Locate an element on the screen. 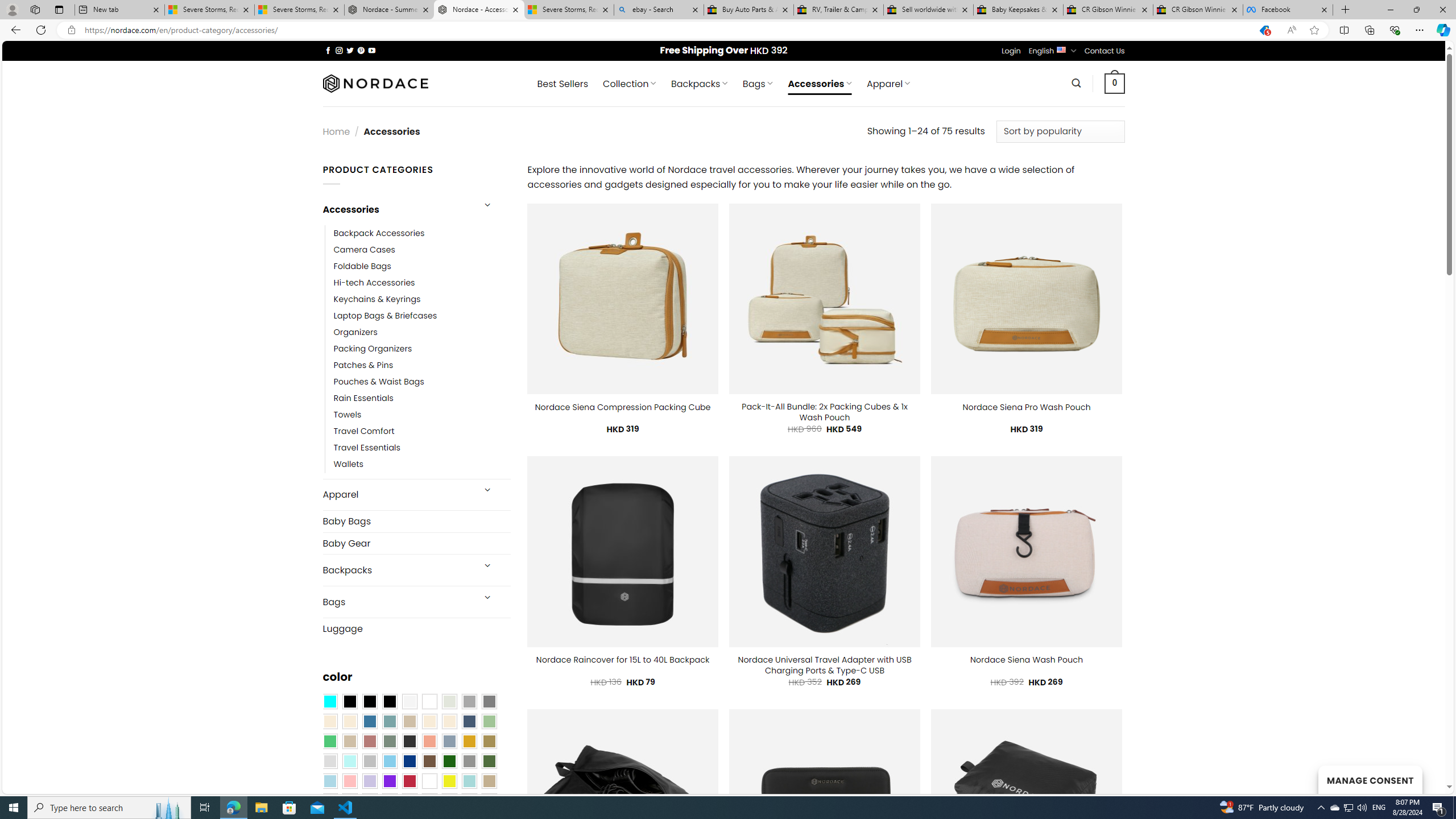  'Facebook' is located at coordinates (1287, 9).